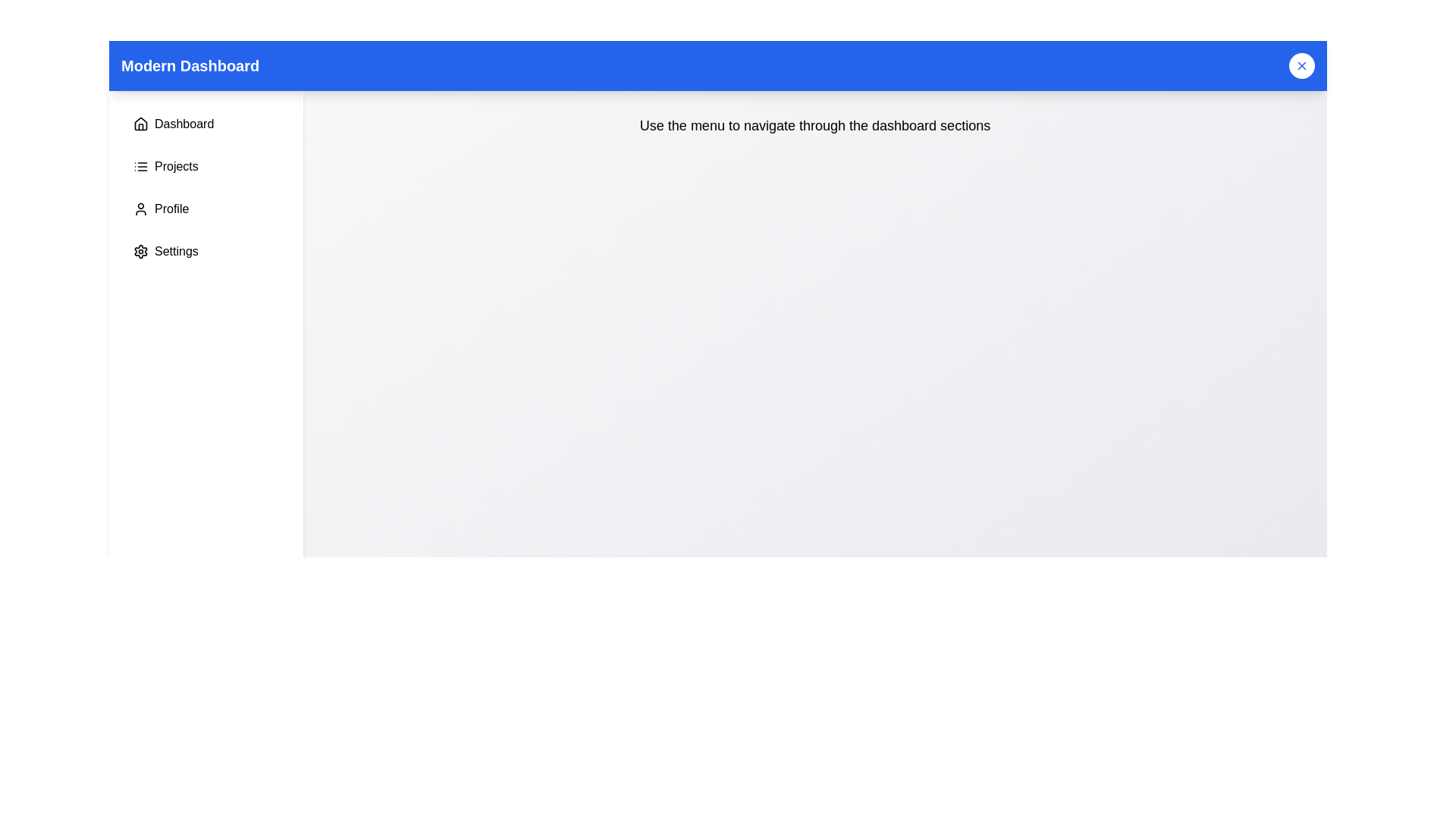  What do you see at coordinates (141, 250) in the screenshot?
I see `the settings icon represented by a cogwheel graphic outline, located in the vertical navigation menu next to the 'Settings' label` at bounding box center [141, 250].